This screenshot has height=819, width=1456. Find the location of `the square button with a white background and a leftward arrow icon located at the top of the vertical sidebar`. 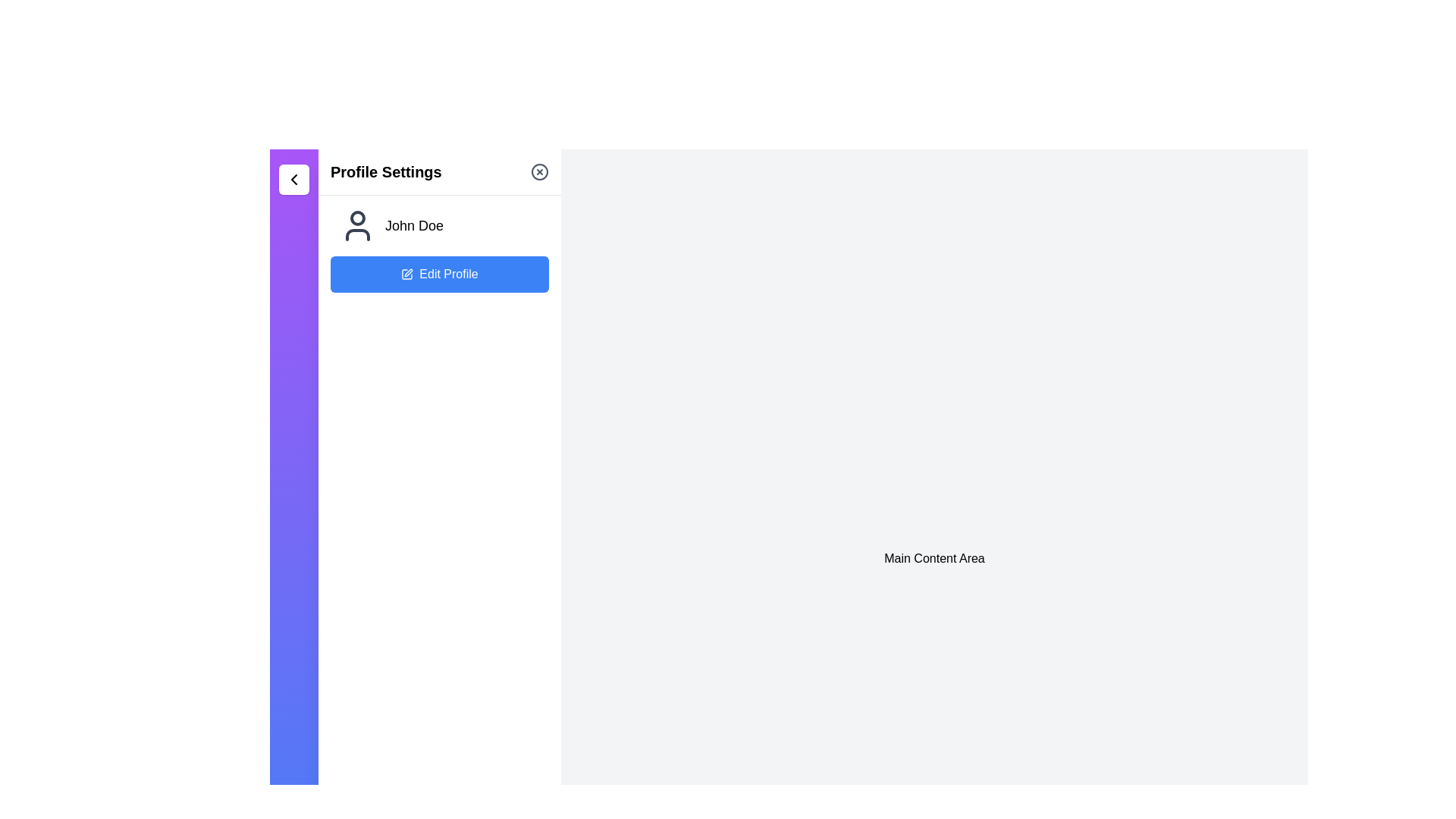

the square button with a white background and a leftward arrow icon located at the top of the vertical sidebar is located at coordinates (294, 178).